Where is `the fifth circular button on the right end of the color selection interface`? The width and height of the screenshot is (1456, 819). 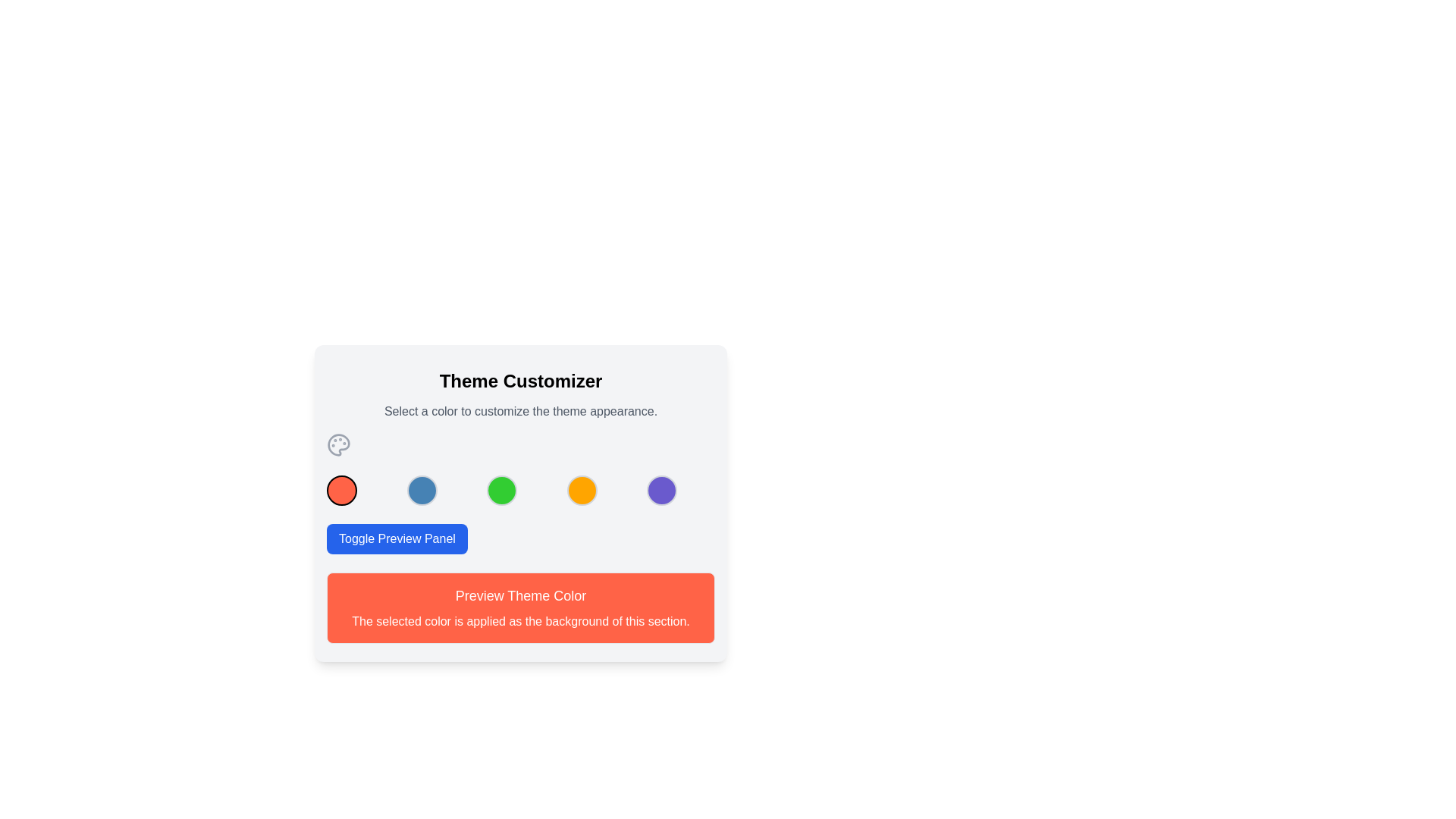
the fifth circular button on the right end of the color selection interface is located at coordinates (662, 491).